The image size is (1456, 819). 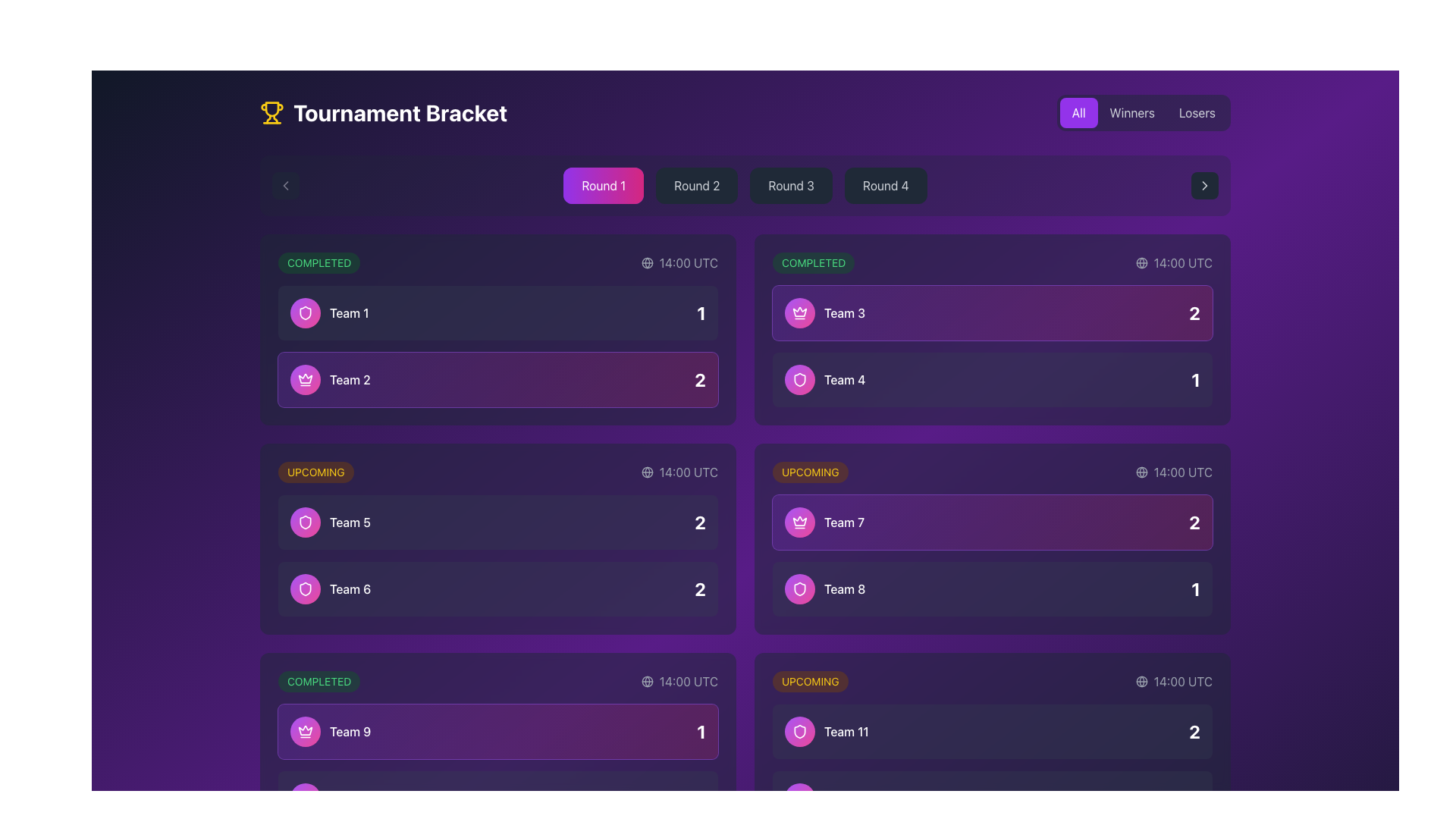 What do you see at coordinates (824, 588) in the screenshot?
I see `the Text label representing 'Team 8' in the tournament bracket, situated in the bottom-right area of the interface, following 'Team 7'` at bounding box center [824, 588].